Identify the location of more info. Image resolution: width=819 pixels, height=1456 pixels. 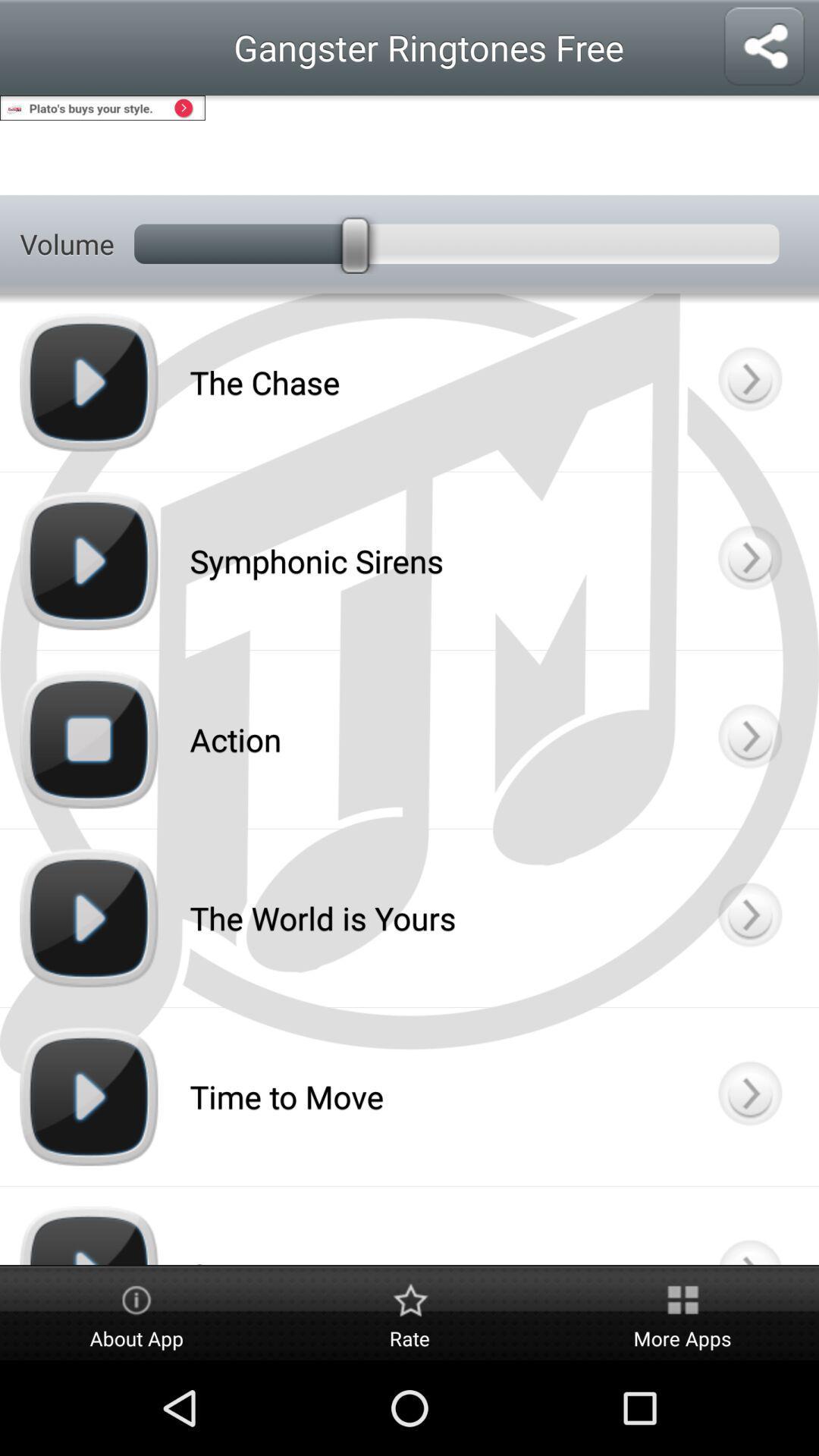
(748, 917).